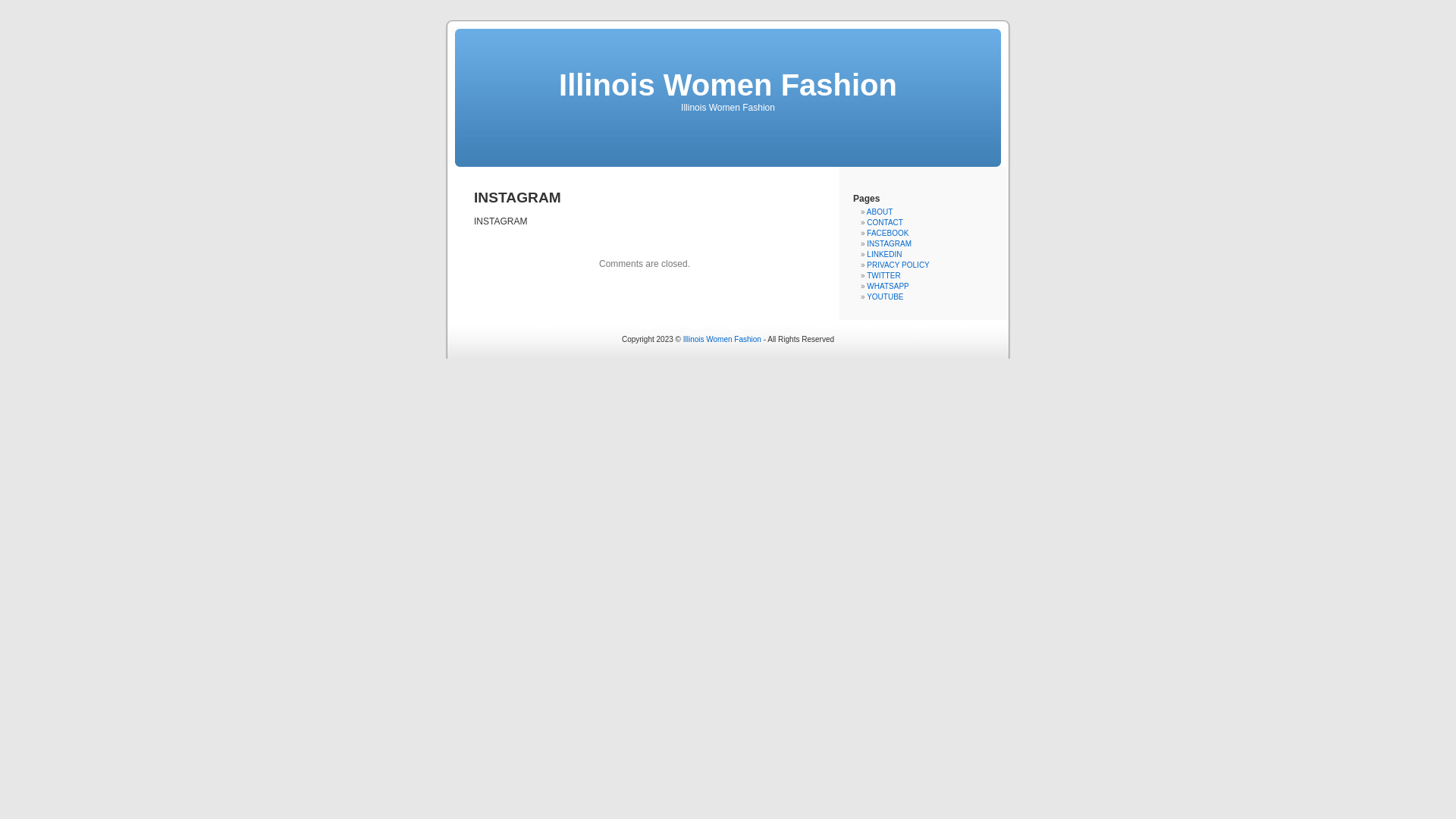  Describe the element at coordinates (866, 264) in the screenshot. I see `'PRIVACY POLICY'` at that location.